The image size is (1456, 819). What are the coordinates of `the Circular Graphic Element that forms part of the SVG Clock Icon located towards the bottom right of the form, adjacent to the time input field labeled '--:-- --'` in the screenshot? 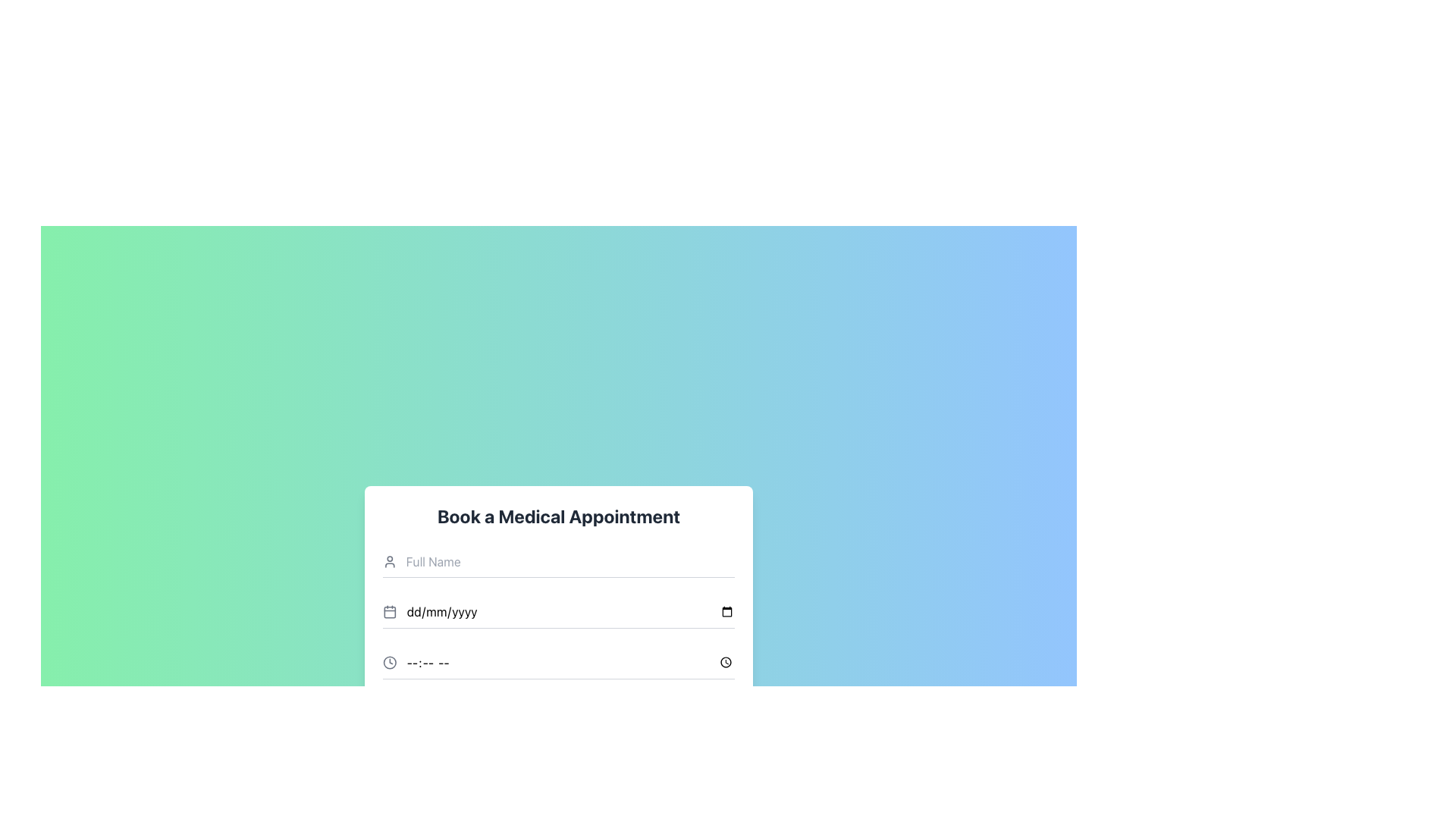 It's located at (390, 661).